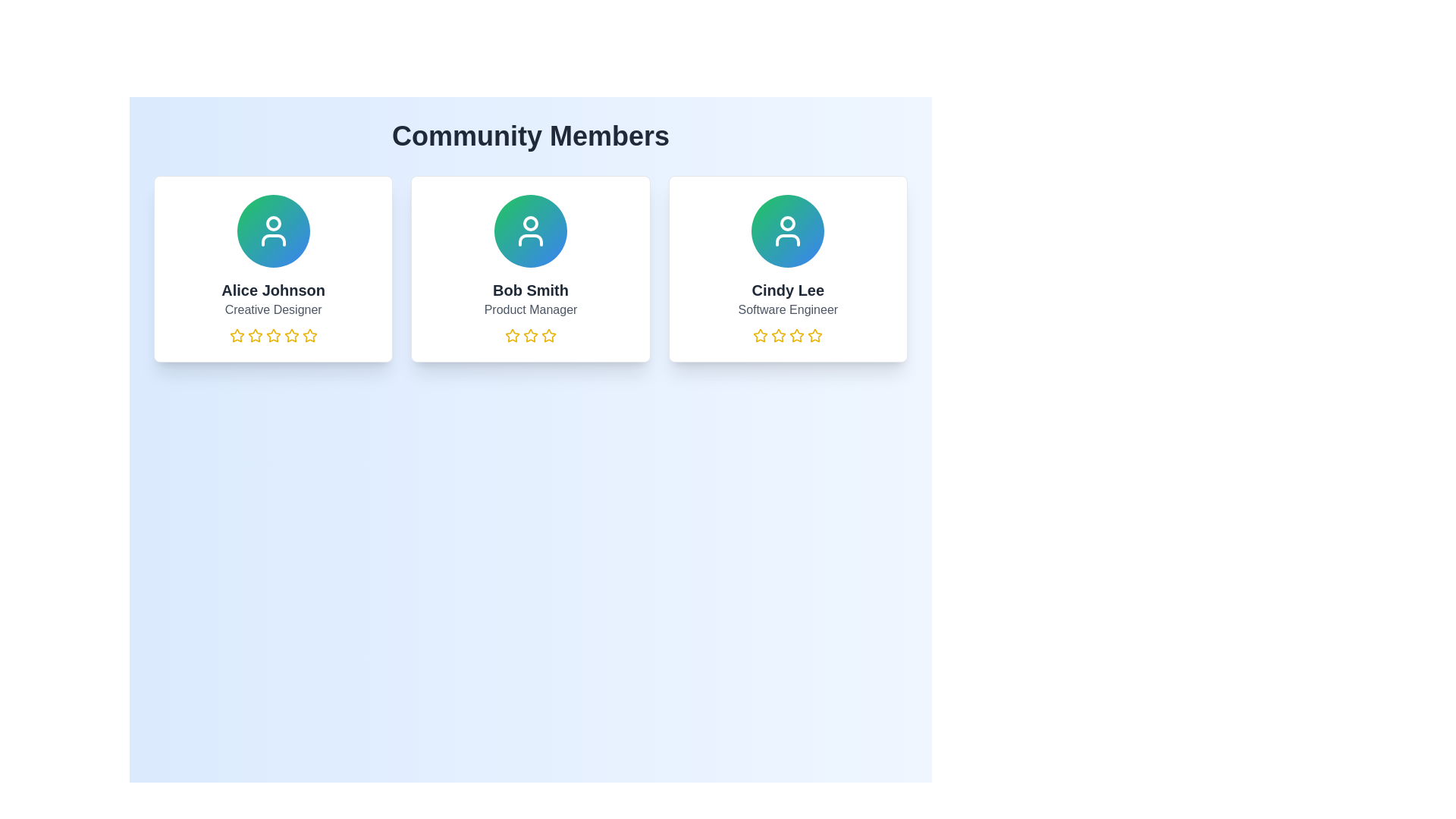  What do you see at coordinates (291, 335) in the screenshot?
I see `the fourth star icon in the 5-star rating system below Alice Johnson's profile card` at bounding box center [291, 335].